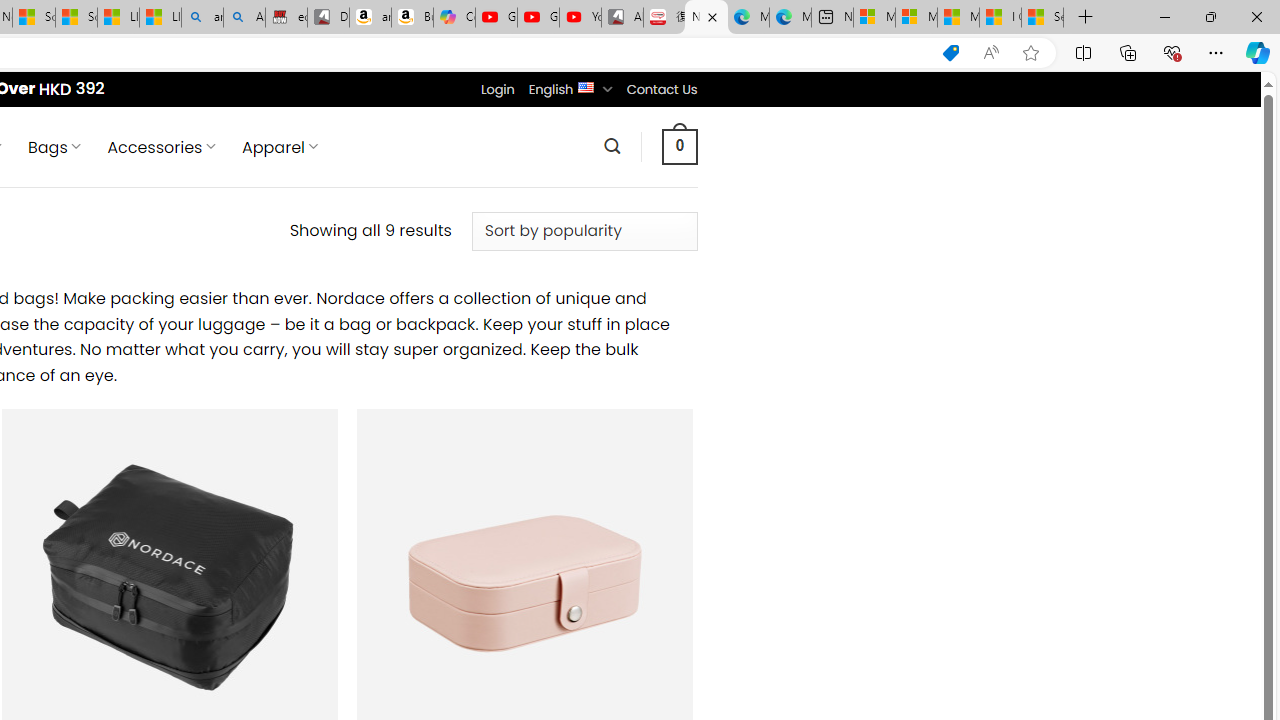 Image resolution: width=1280 pixels, height=720 pixels. Describe the element at coordinates (712, 17) in the screenshot. I see `'Close tab'` at that location.